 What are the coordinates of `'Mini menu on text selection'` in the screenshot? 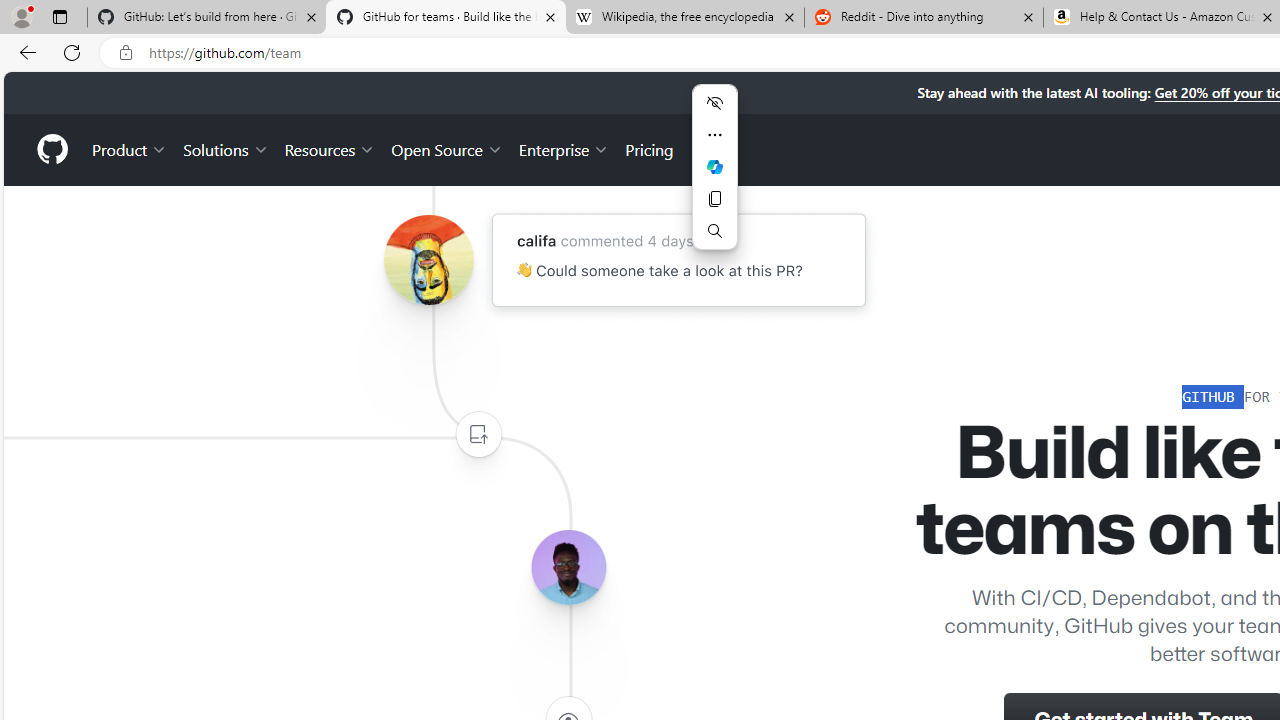 It's located at (714, 177).